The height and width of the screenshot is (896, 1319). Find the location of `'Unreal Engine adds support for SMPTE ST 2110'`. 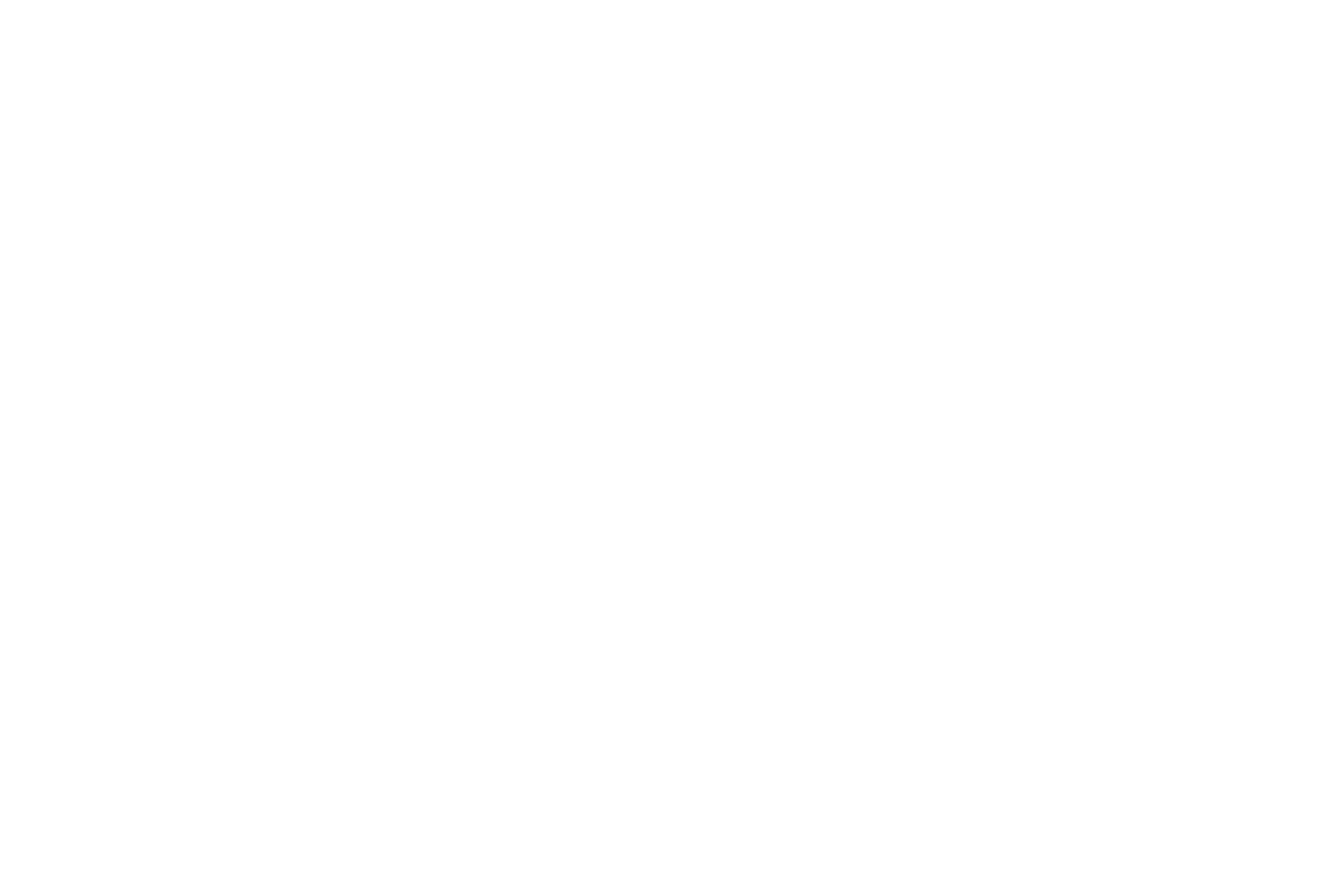

'Unreal Engine adds support for SMPTE ST 2110' is located at coordinates (998, 714).